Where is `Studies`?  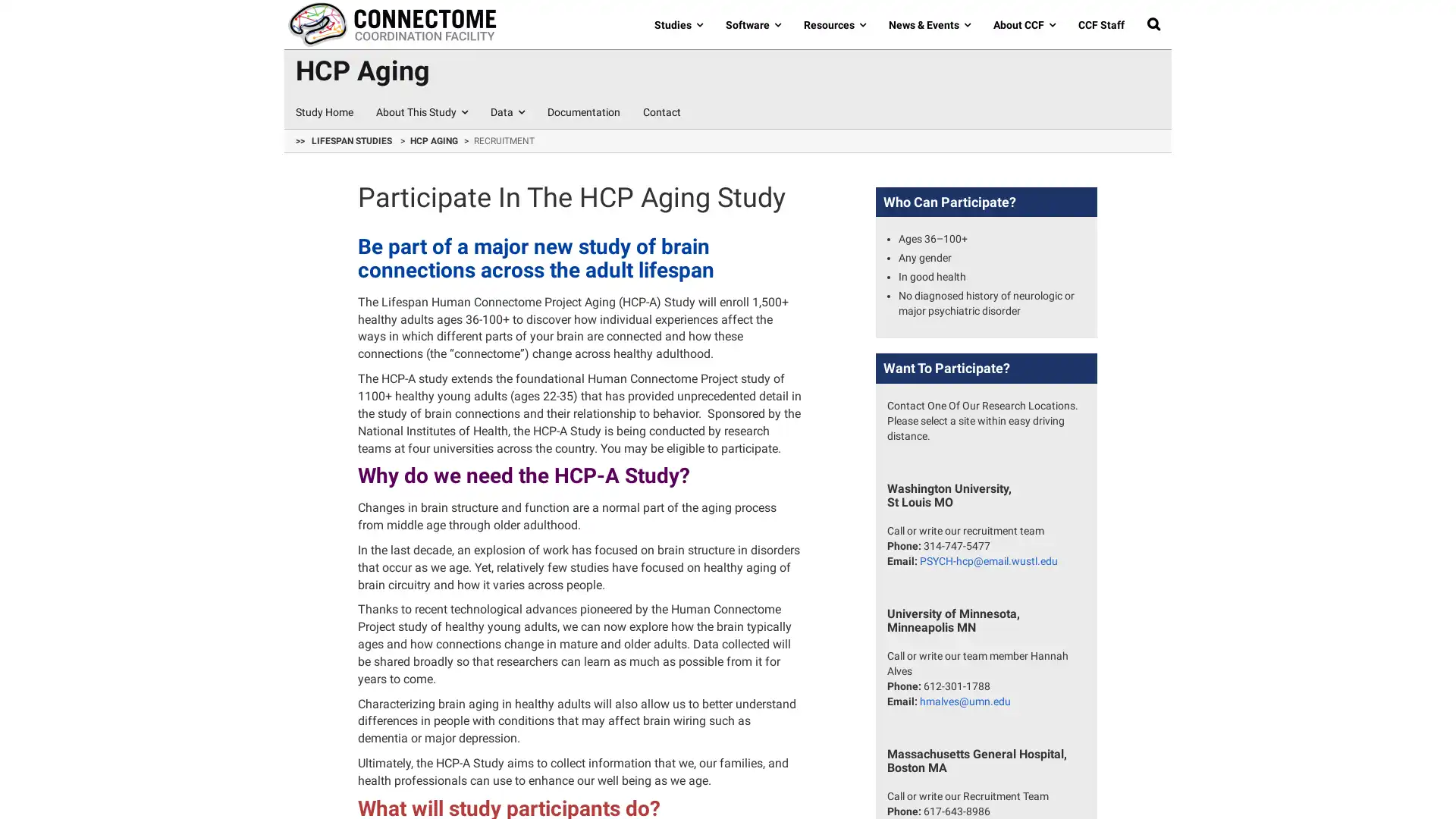
Studies is located at coordinates (677, 29).